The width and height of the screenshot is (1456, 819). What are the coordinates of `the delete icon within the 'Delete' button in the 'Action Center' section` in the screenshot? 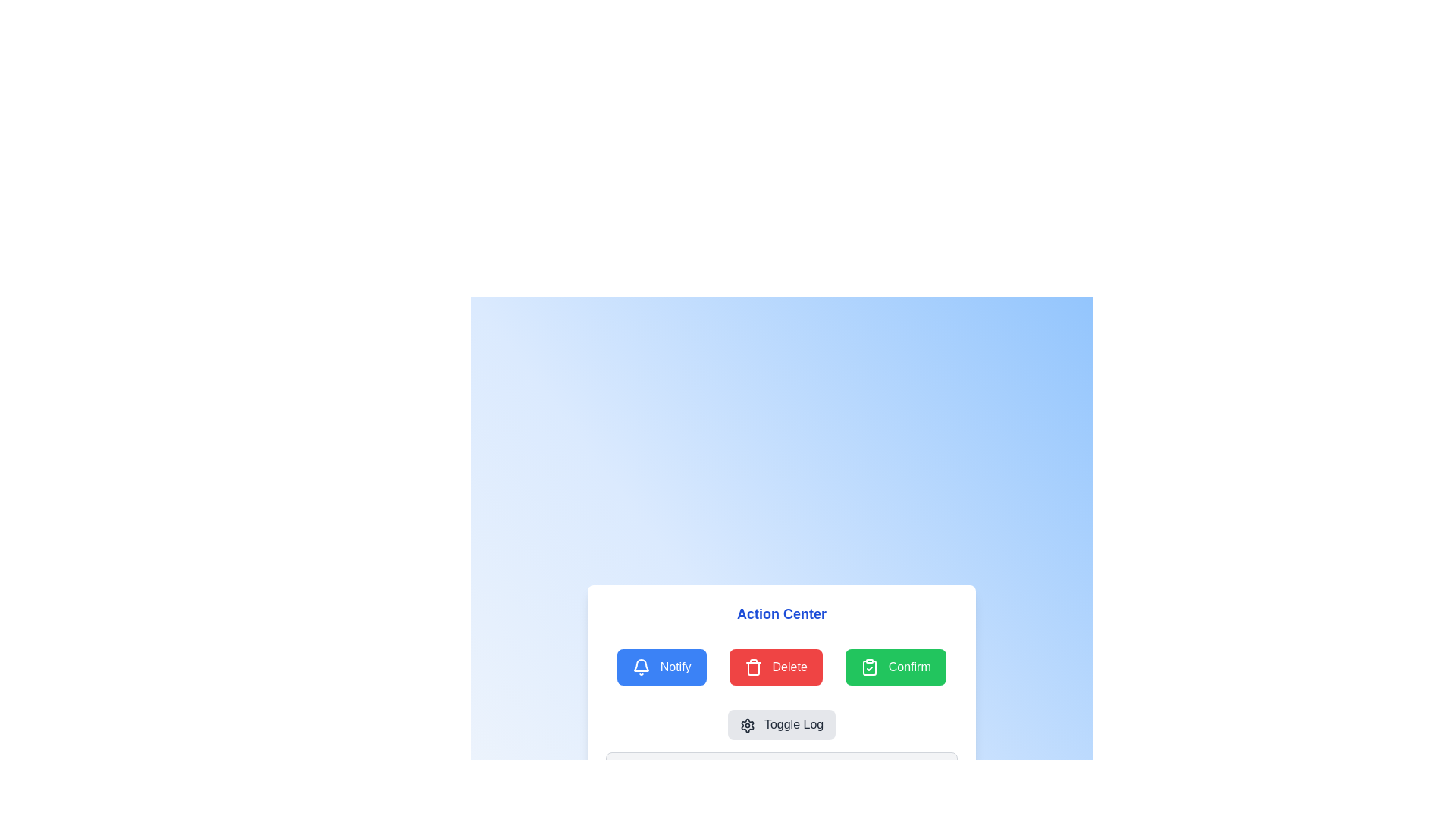 It's located at (754, 667).